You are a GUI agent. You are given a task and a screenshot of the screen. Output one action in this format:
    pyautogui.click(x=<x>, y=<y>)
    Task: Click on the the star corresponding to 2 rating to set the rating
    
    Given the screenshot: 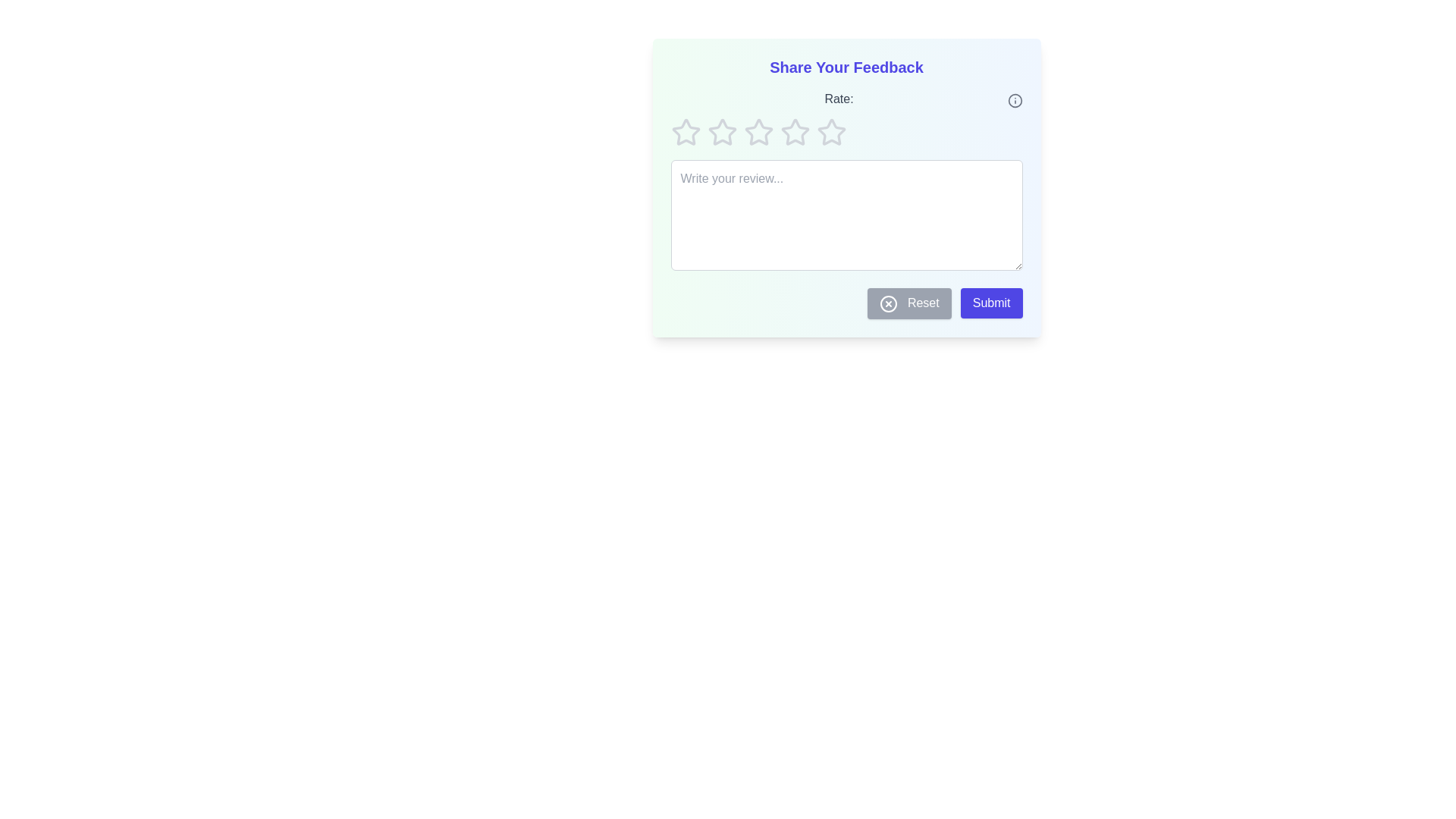 What is the action you would take?
    pyautogui.click(x=721, y=131)
    